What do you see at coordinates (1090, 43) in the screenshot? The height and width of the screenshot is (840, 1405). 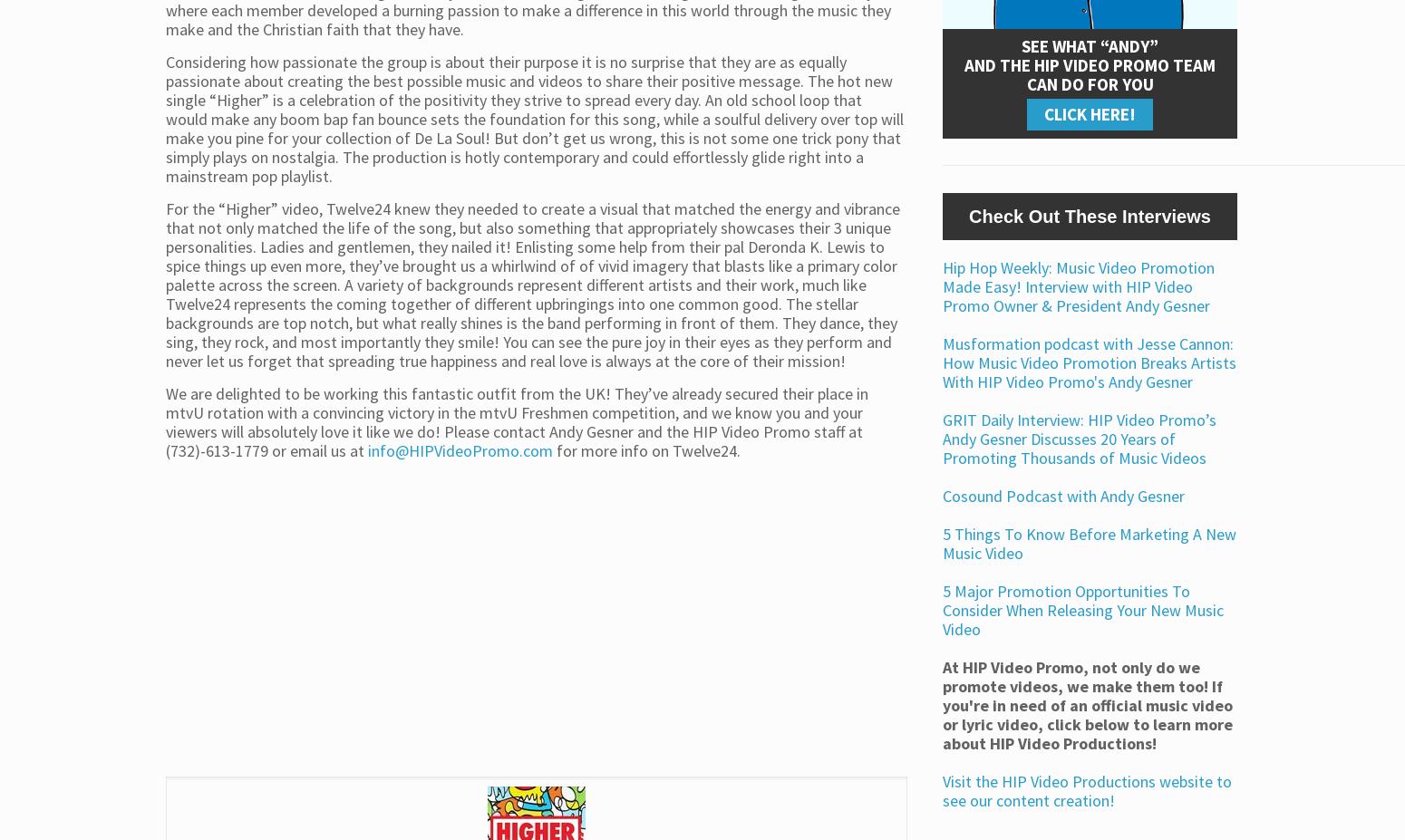 I see `'See what “Andy”'` at bounding box center [1090, 43].